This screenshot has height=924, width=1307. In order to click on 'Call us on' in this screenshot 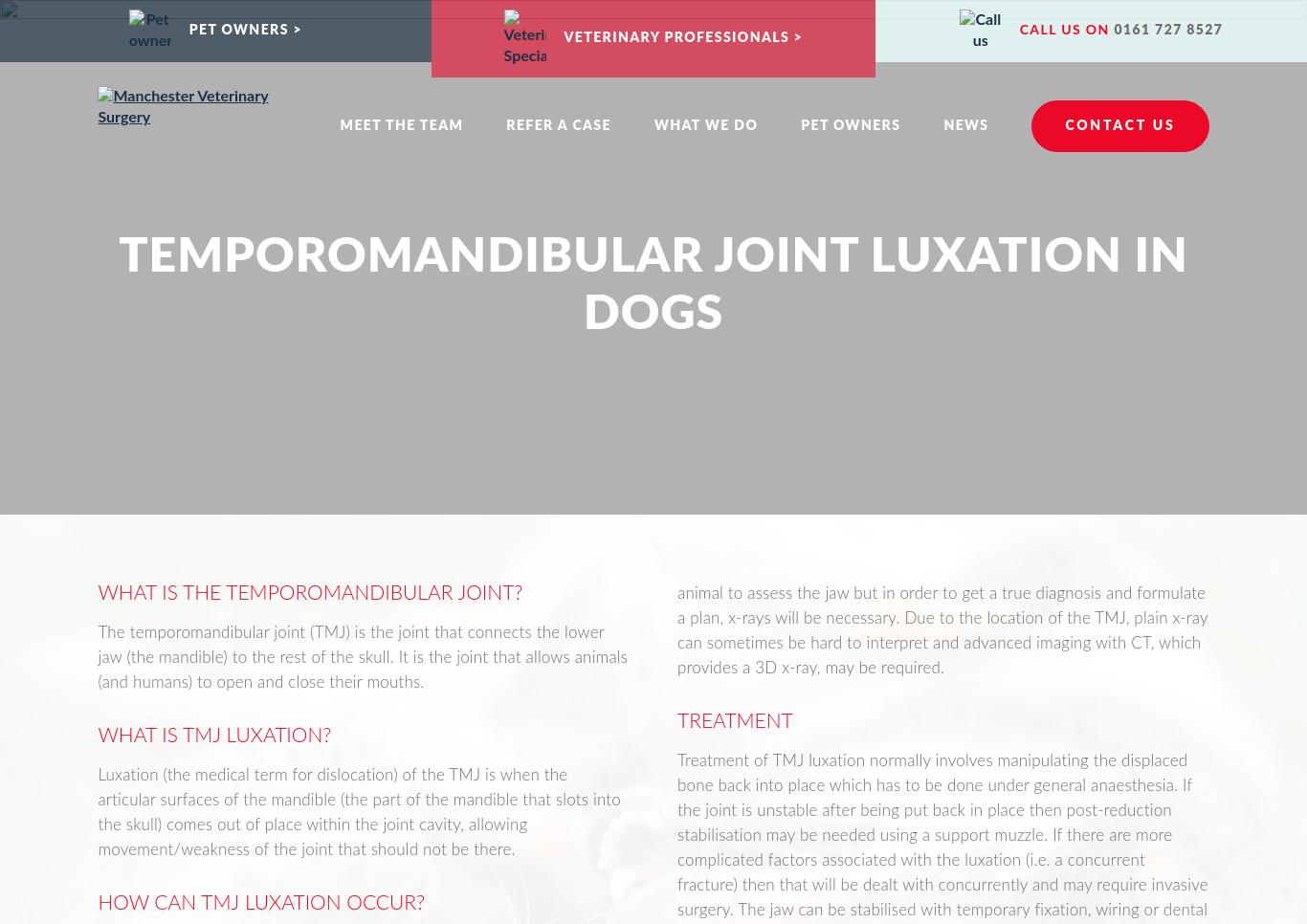, I will do `click(1063, 29)`.